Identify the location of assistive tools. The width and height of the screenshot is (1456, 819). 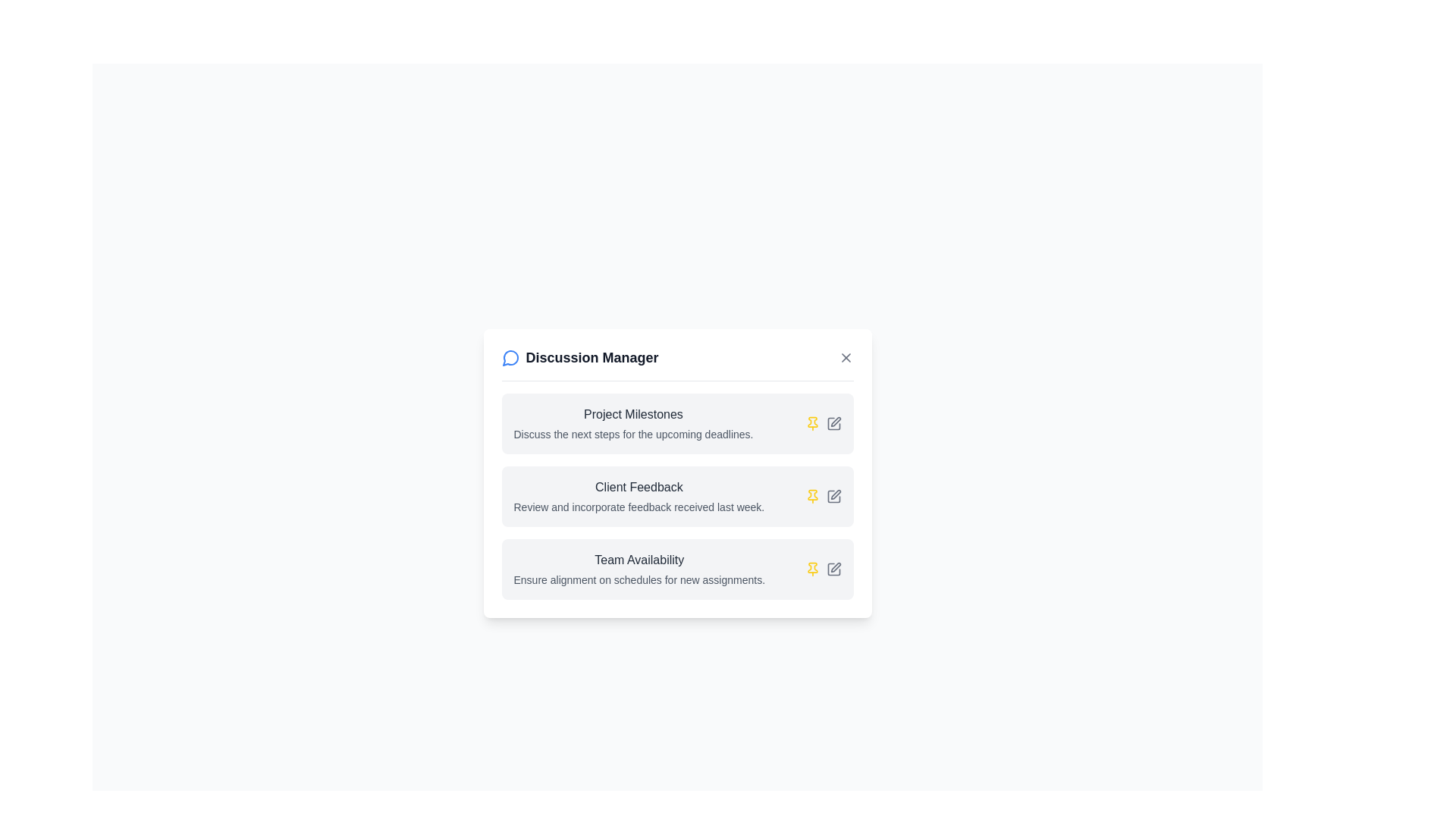
(639, 496).